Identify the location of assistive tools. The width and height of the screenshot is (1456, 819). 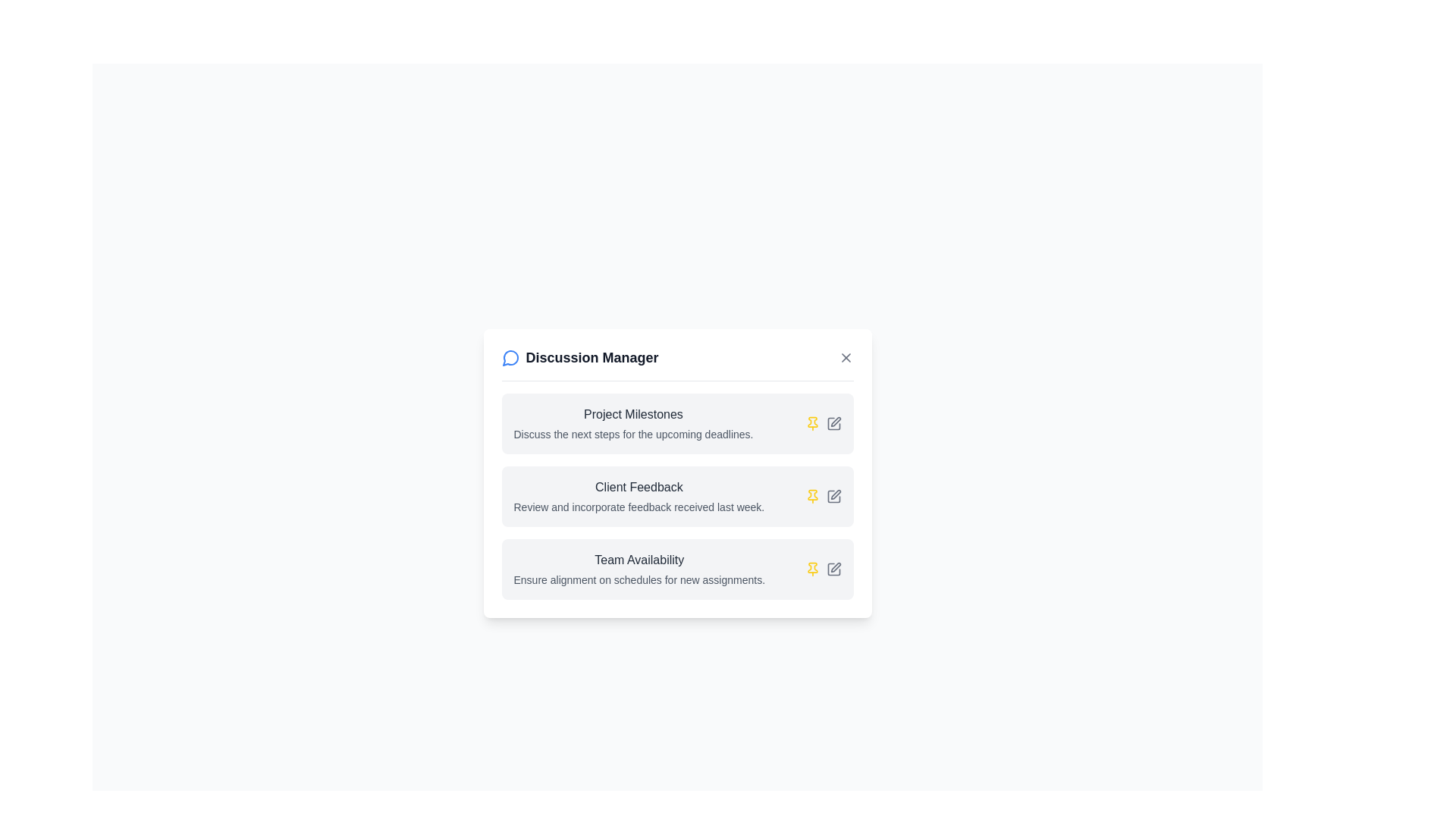
(639, 496).